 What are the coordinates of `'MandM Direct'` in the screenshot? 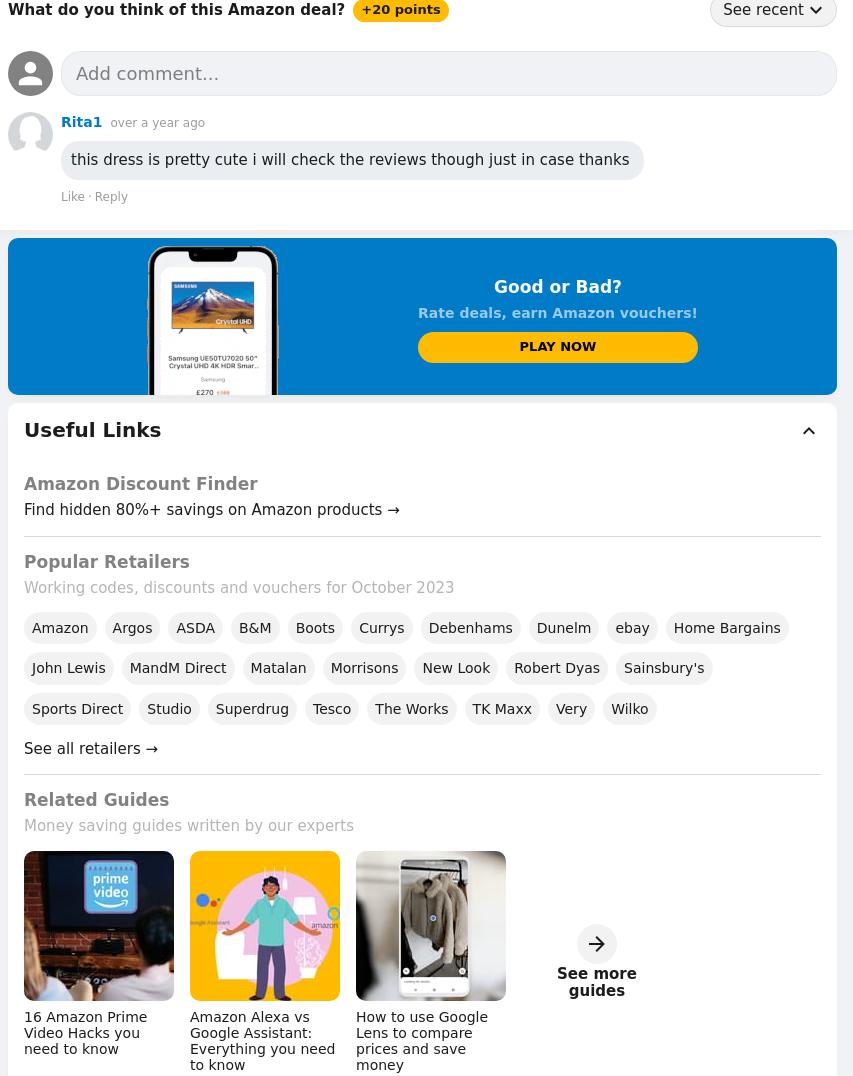 It's located at (177, 666).